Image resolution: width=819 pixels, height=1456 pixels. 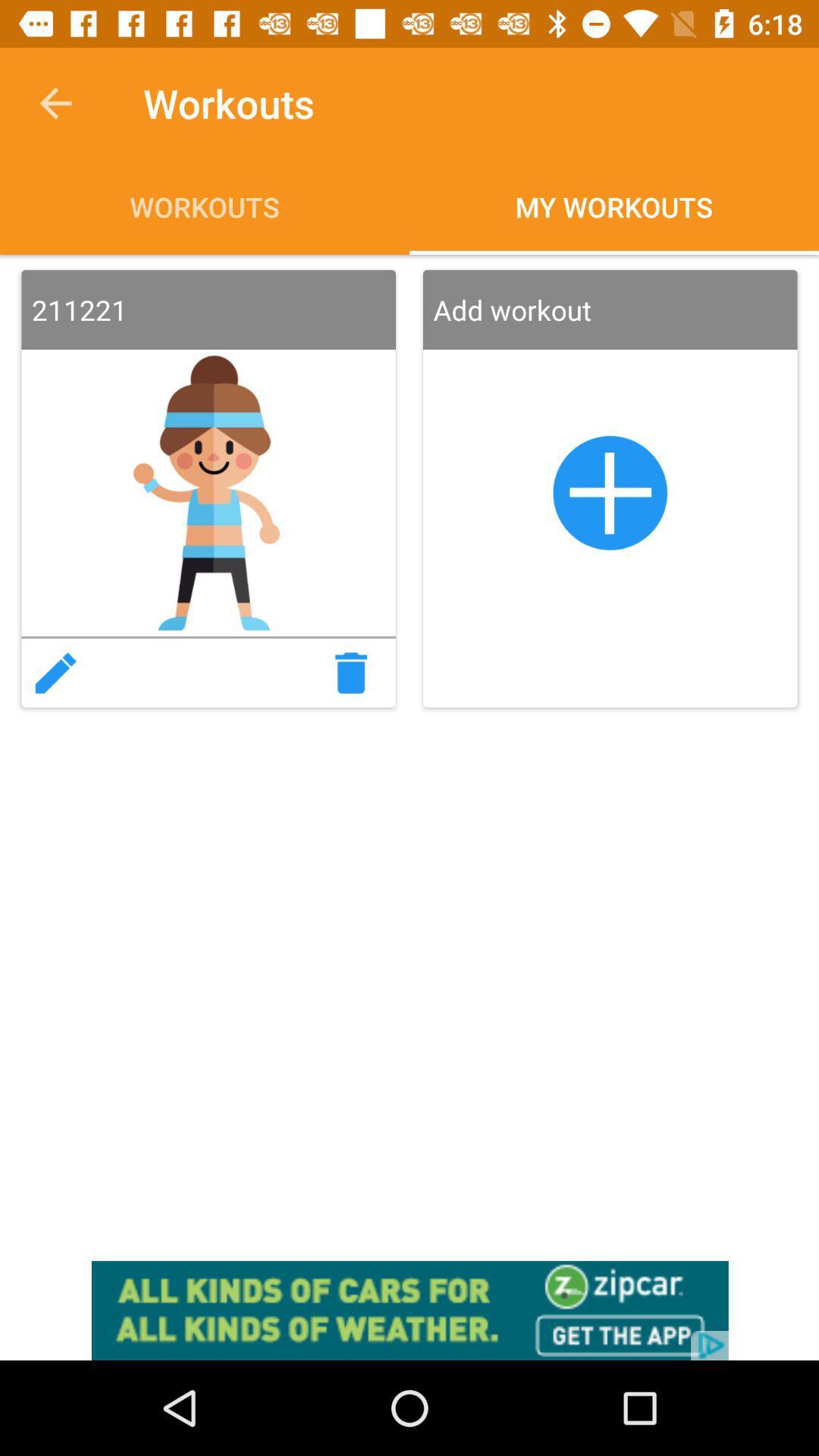 What do you see at coordinates (55, 672) in the screenshot?
I see `edit text` at bounding box center [55, 672].